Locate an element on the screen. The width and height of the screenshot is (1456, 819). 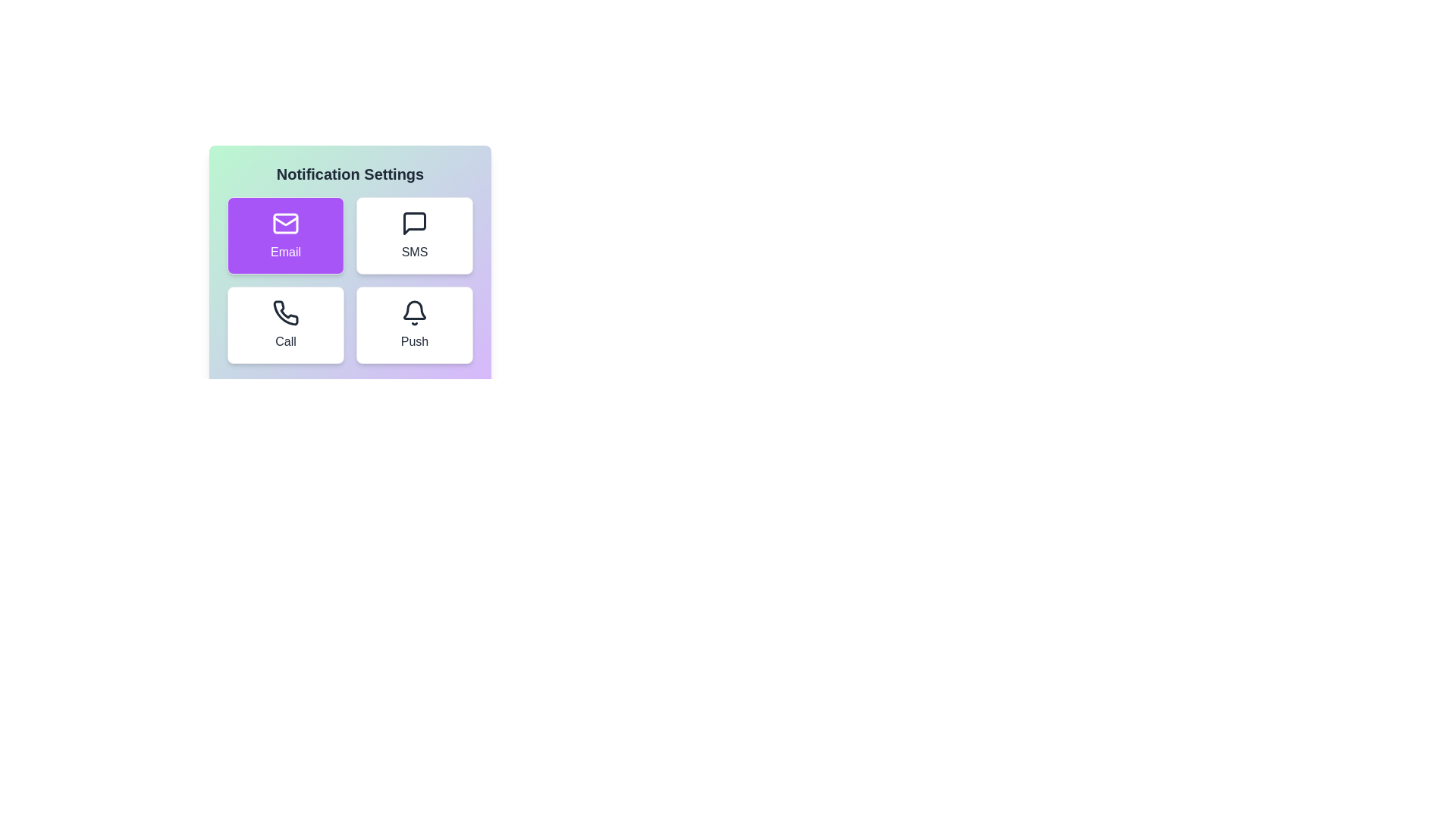
the SMS notification button to observe the hover effect is located at coordinates (415, 236).